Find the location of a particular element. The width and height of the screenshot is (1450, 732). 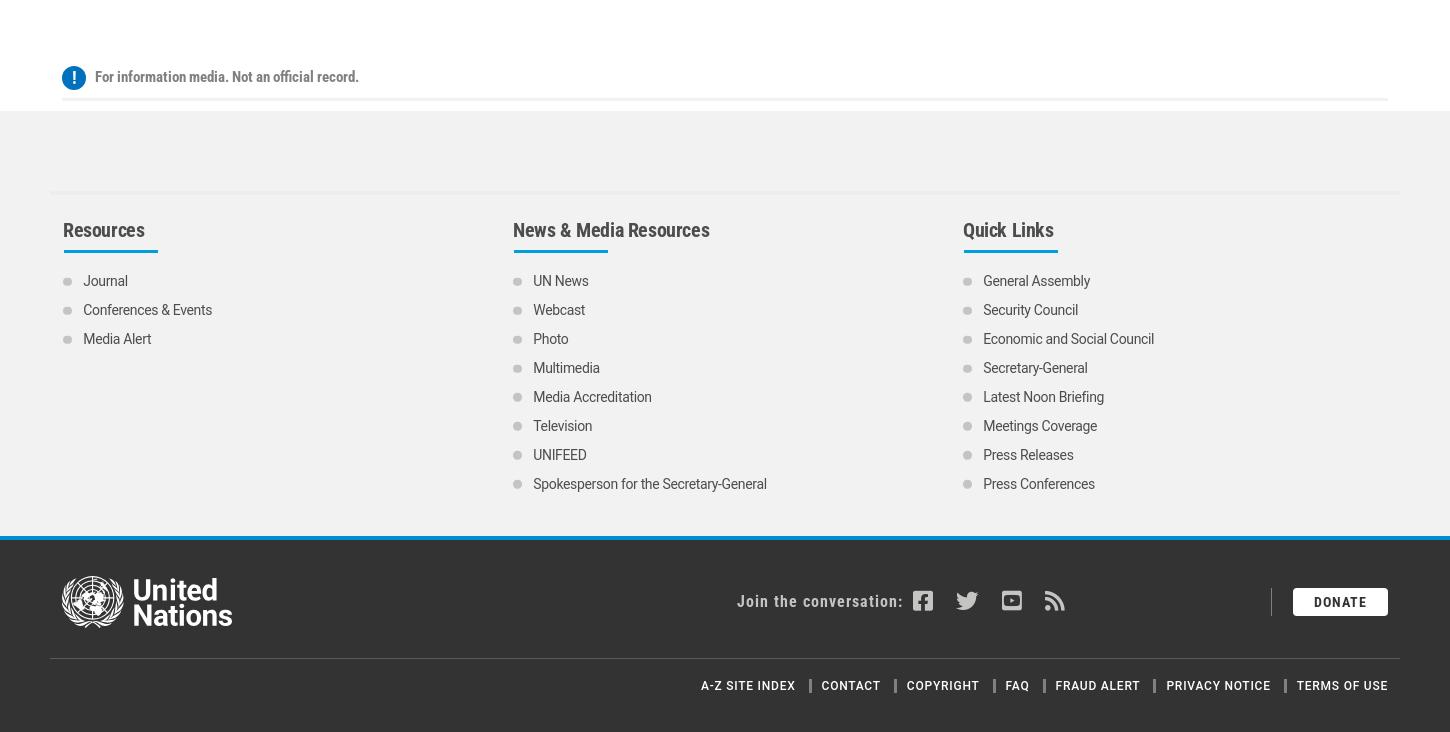

'A-Z Site Index' is located at coordinates (747, 496).